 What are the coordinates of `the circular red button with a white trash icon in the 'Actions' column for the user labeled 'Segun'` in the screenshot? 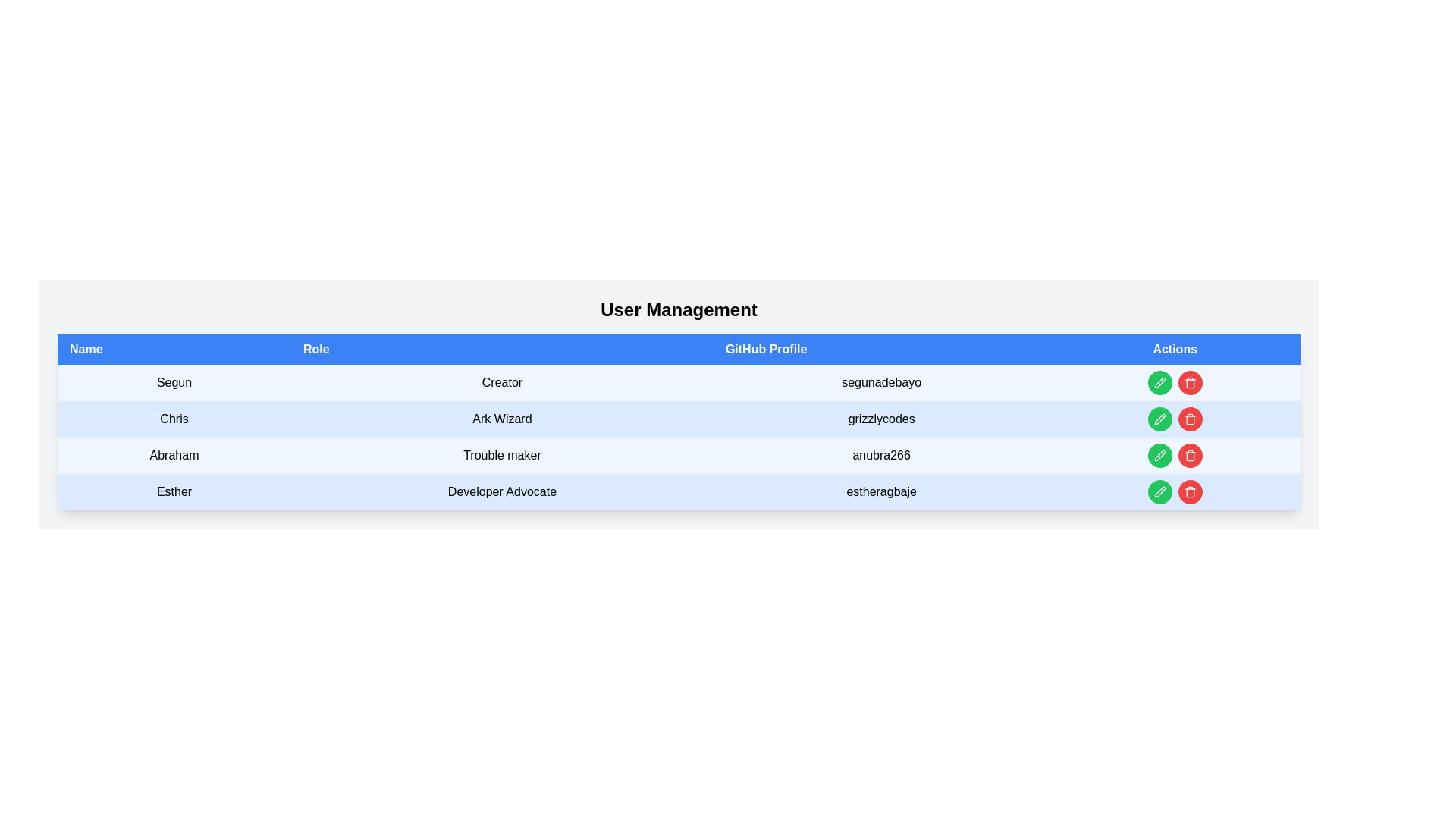 It's located at (1189, 382).